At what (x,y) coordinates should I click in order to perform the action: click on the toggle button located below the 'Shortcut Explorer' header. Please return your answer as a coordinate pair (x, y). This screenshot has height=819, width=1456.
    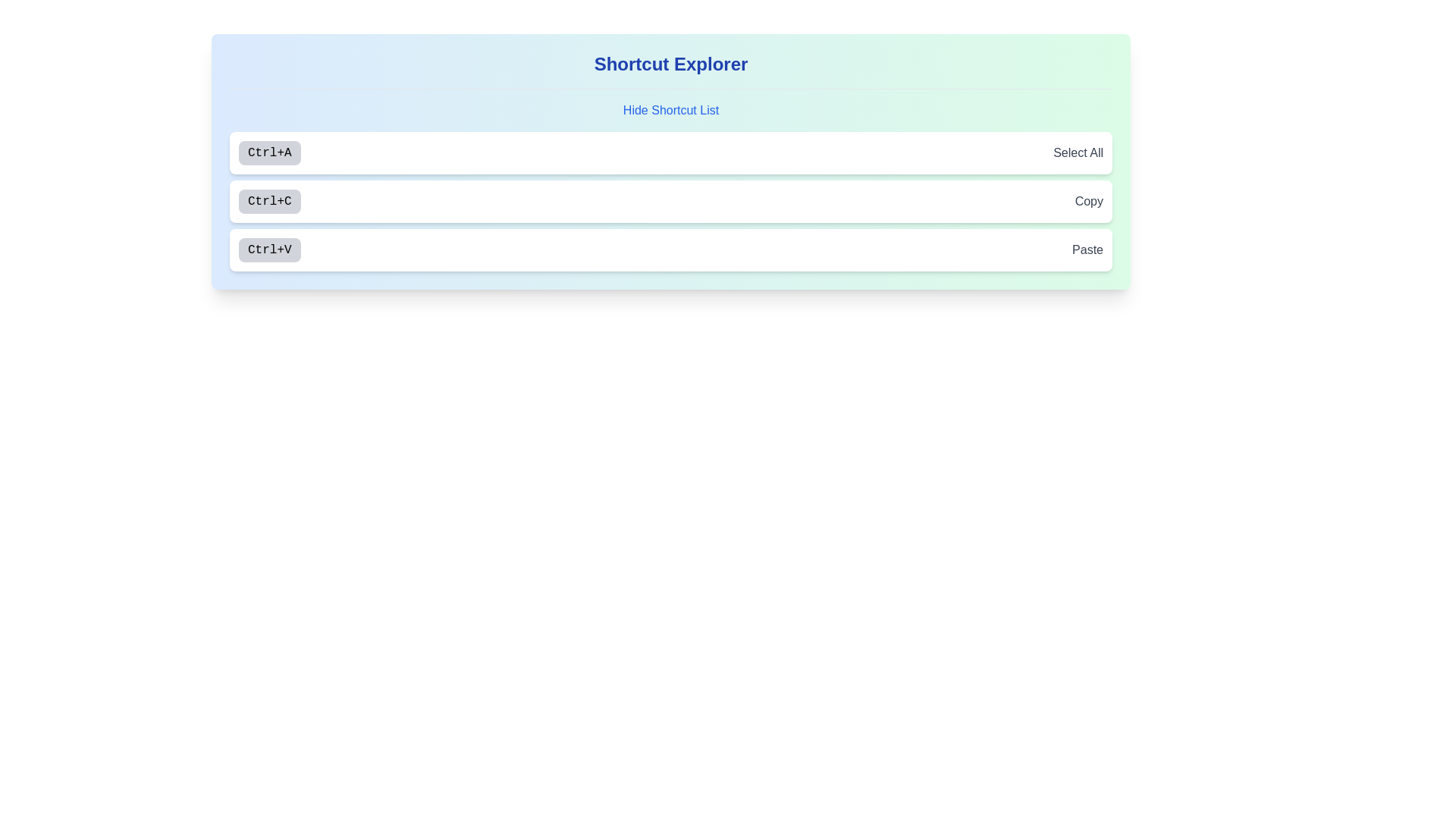
    Looking at the image, I should click on (670, 110).